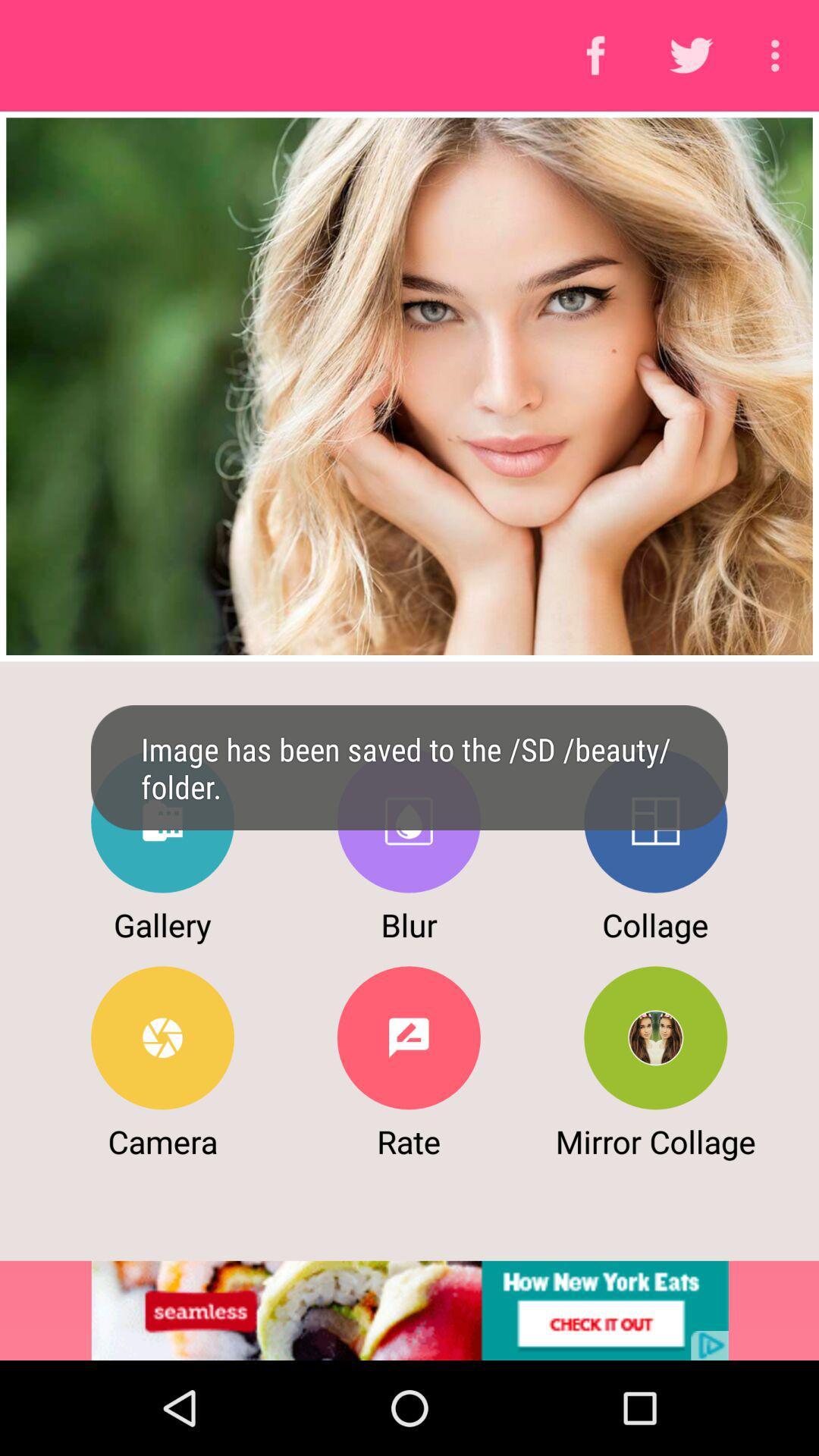 Image resolution: width=819 pixels, height=1456 pixels. I want to click on camera, so click(162, 1037).